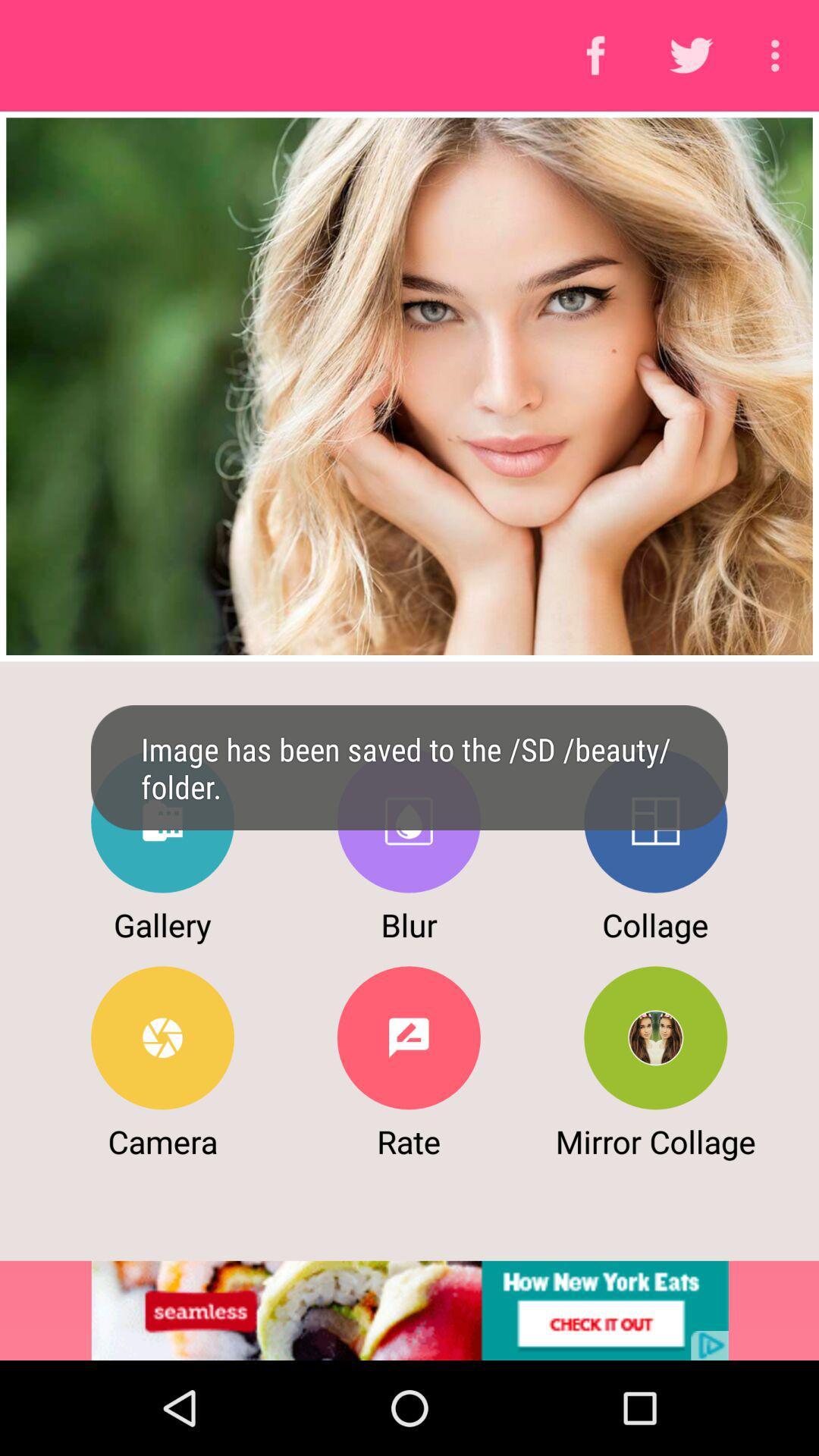 Image resolution: width=819 pixels, height=1456 pixels. I want to click on camera, so click(162, 1037).